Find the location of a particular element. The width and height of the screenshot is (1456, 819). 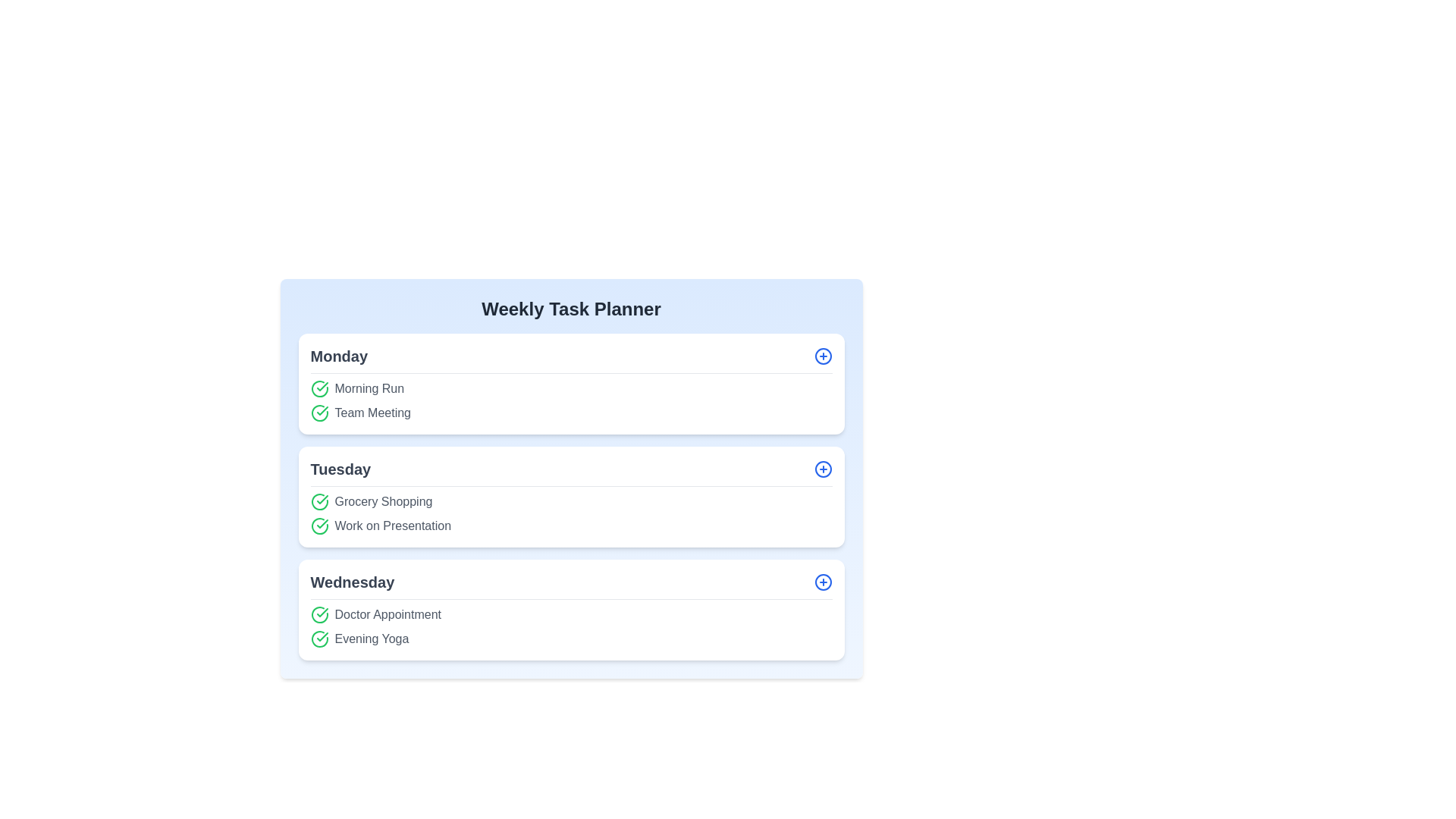

the 'Add Task' button for Tuesday is located at coordinates (822, 468).